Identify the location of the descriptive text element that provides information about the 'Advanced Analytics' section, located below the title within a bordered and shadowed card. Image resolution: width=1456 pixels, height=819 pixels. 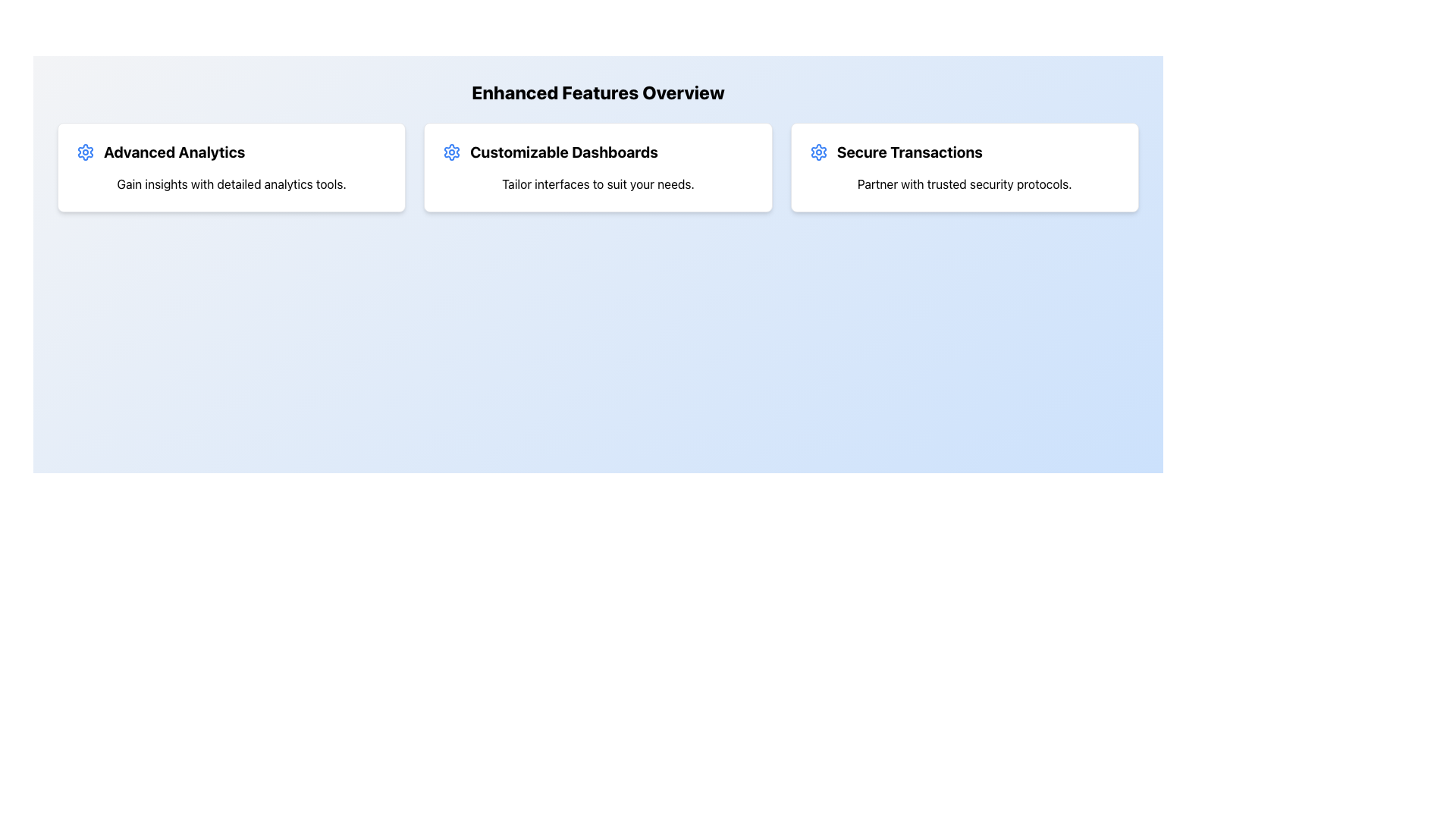
(231, 184).